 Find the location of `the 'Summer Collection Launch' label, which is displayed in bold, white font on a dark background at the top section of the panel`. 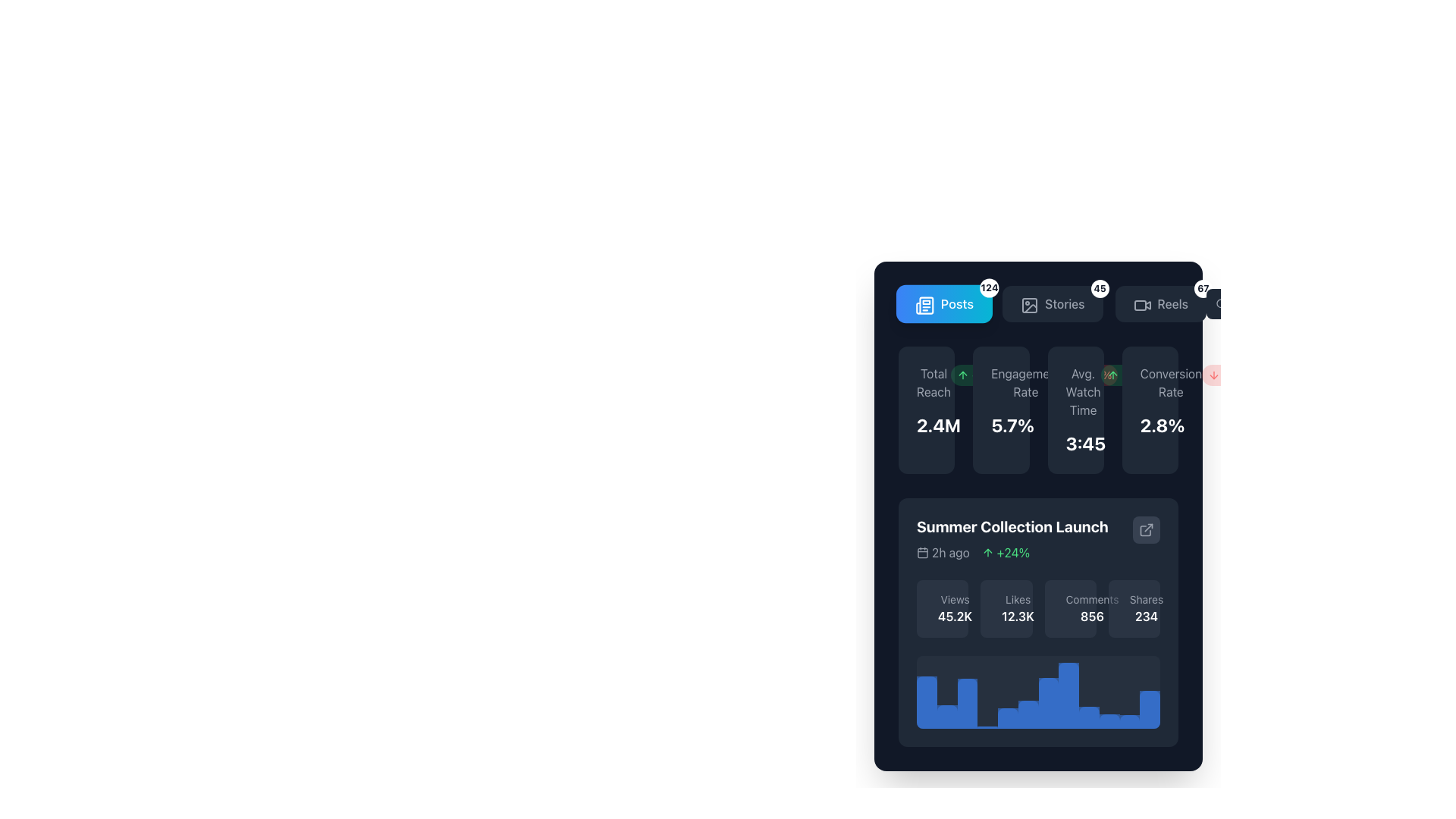

the 'Summer Collection Launch' label, which is displayed in bold, white font on a dark background at the top section of the panel is located at coordinates (1012, 526).